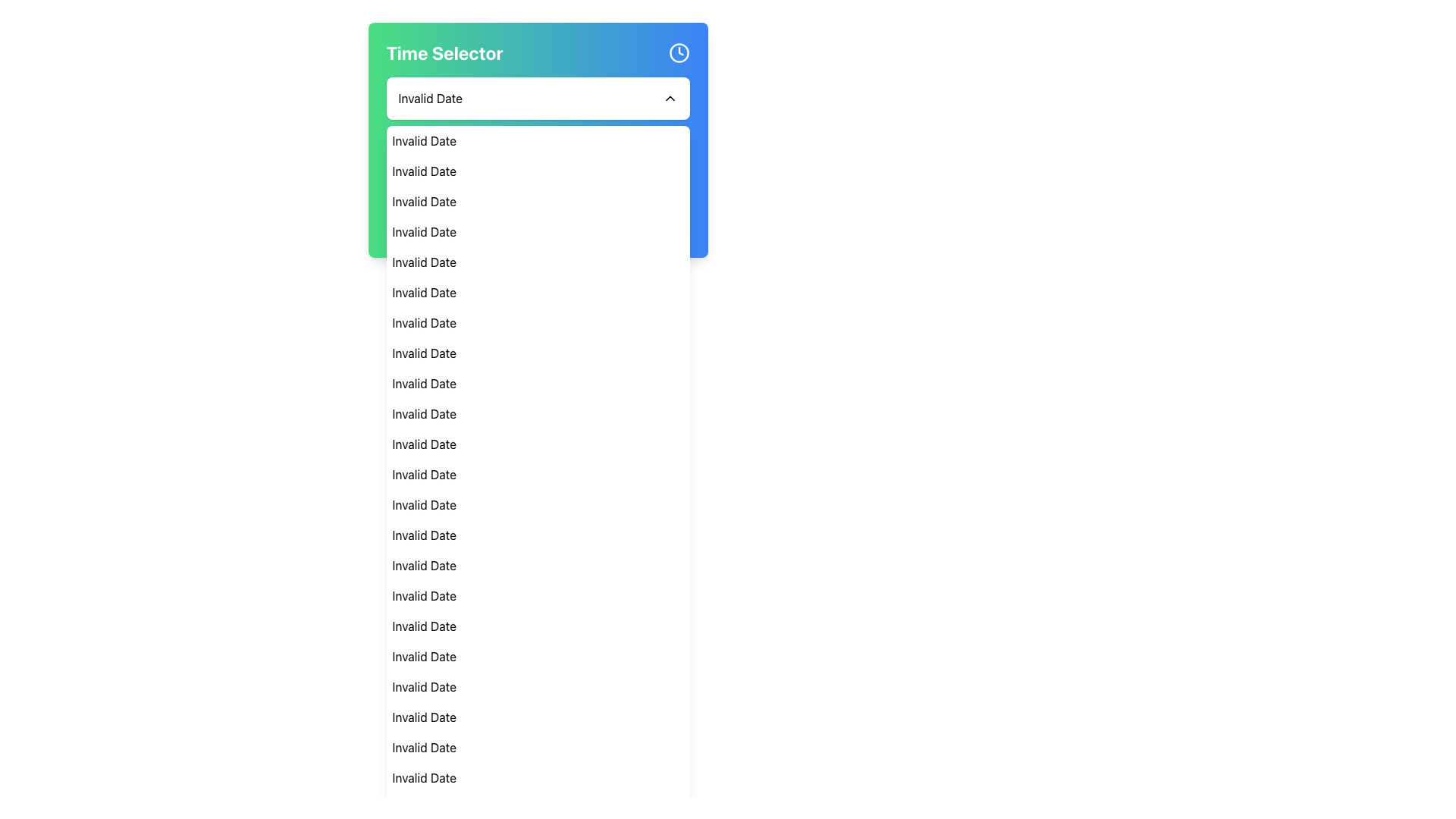  What do you see at coordinates (538, 505) in the screenshot?
I see `the selectable list item labeled 'Invalid Date' which is the 13th element in a dropdown panel` at bounding box center [538, 505].